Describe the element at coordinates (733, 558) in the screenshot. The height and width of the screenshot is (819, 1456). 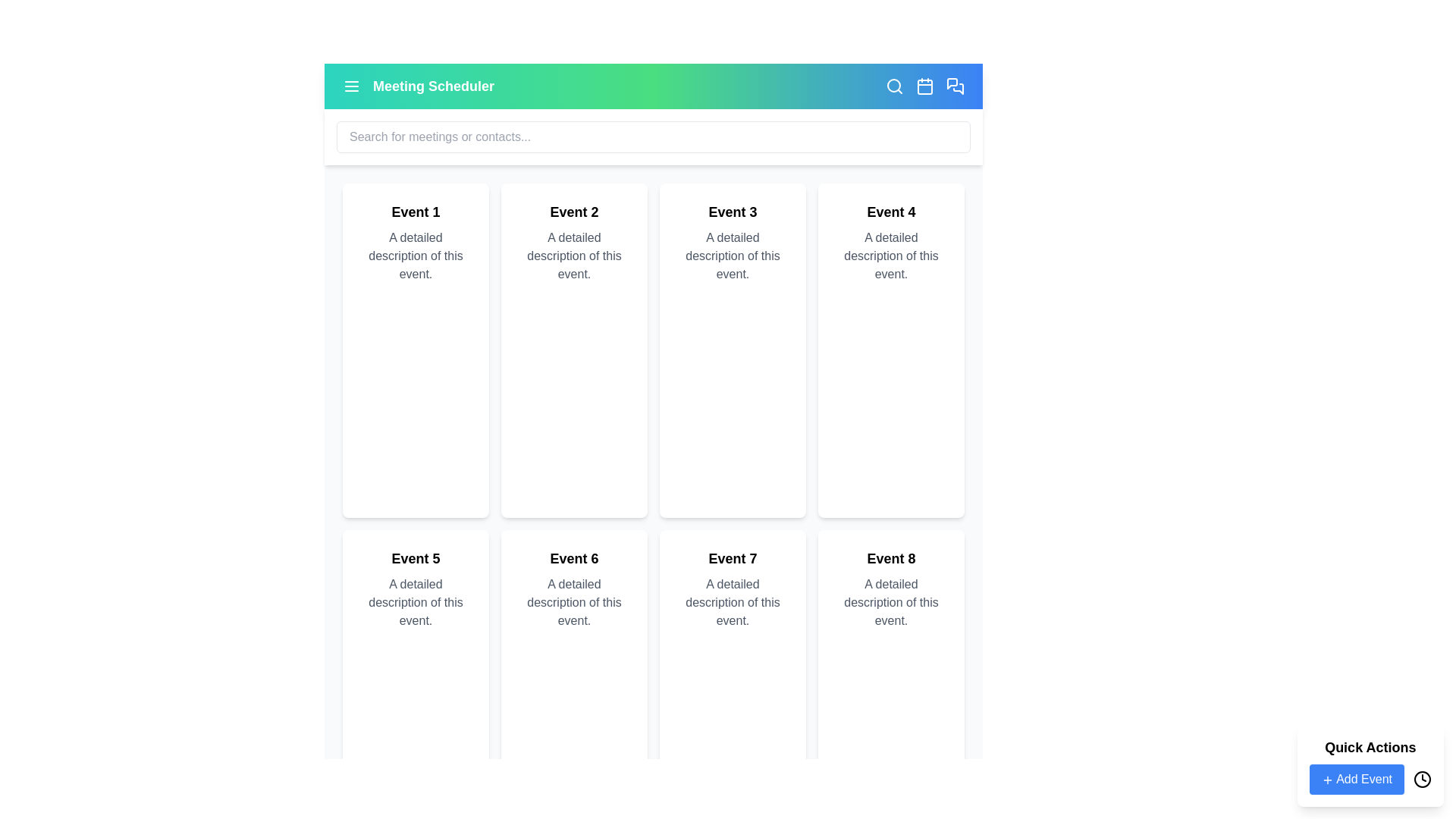
I see `the text label displaying 'Event 7', which is a bold text block positioned above its descriptive text` at that location.